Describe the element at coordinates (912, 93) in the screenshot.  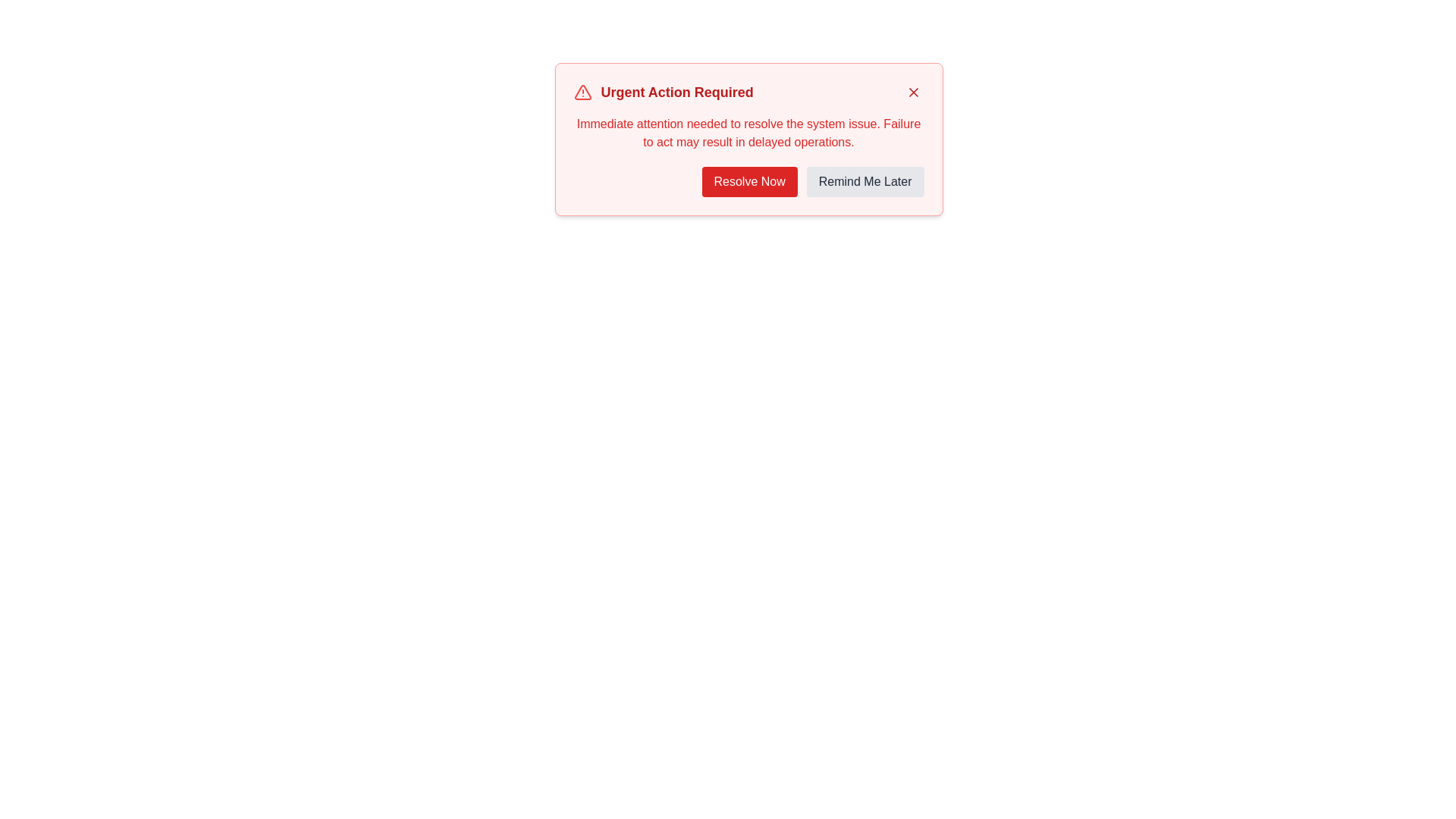
I see `the red 'X' icon button located in the top-right corner of the alert box titled 'Urgent Action Required'` at that location.